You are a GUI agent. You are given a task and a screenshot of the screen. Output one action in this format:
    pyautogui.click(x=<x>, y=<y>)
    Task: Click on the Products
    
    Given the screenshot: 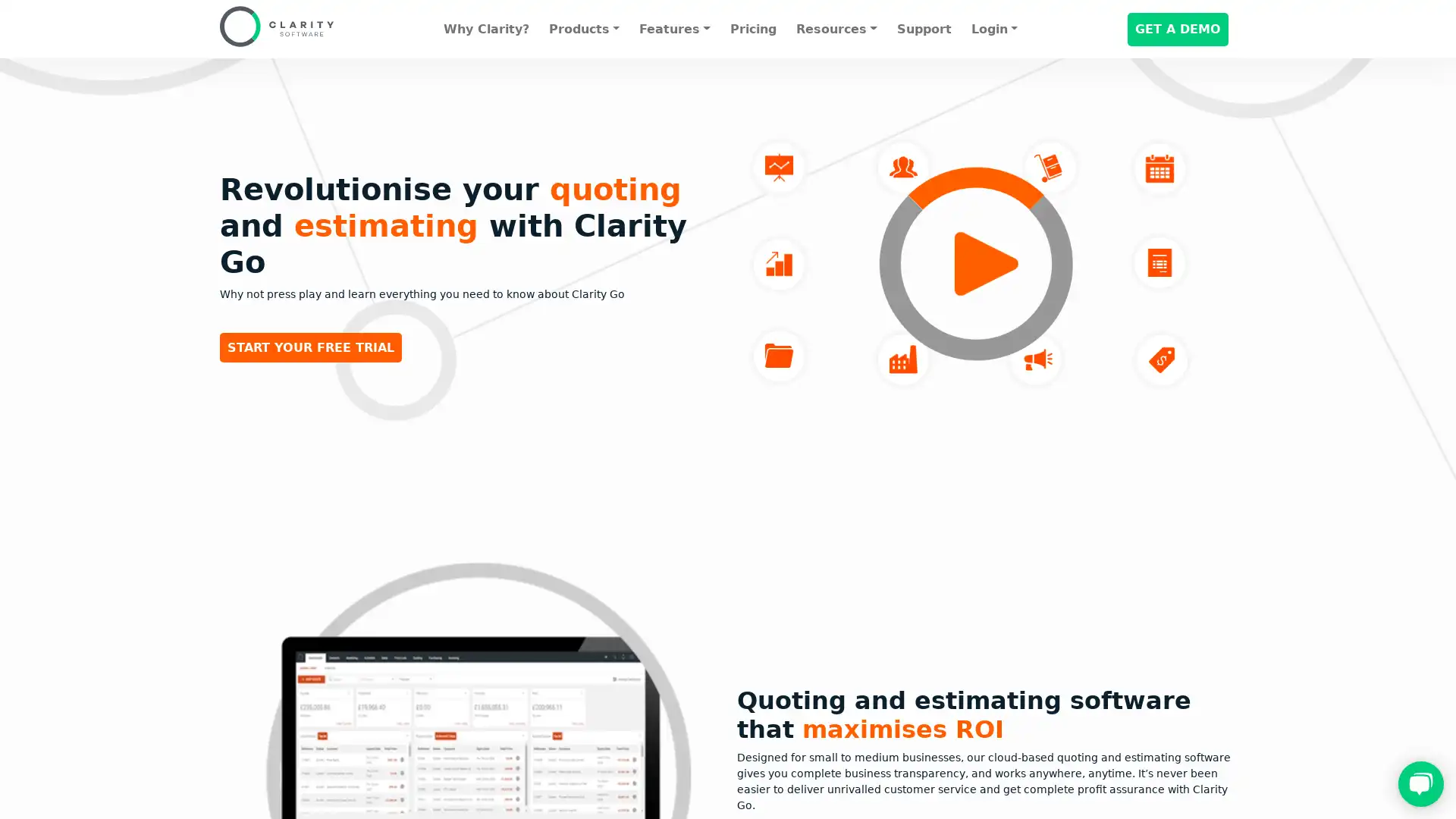 What is the action you would take?
    pyautogui.click(x=582, y=29)
    